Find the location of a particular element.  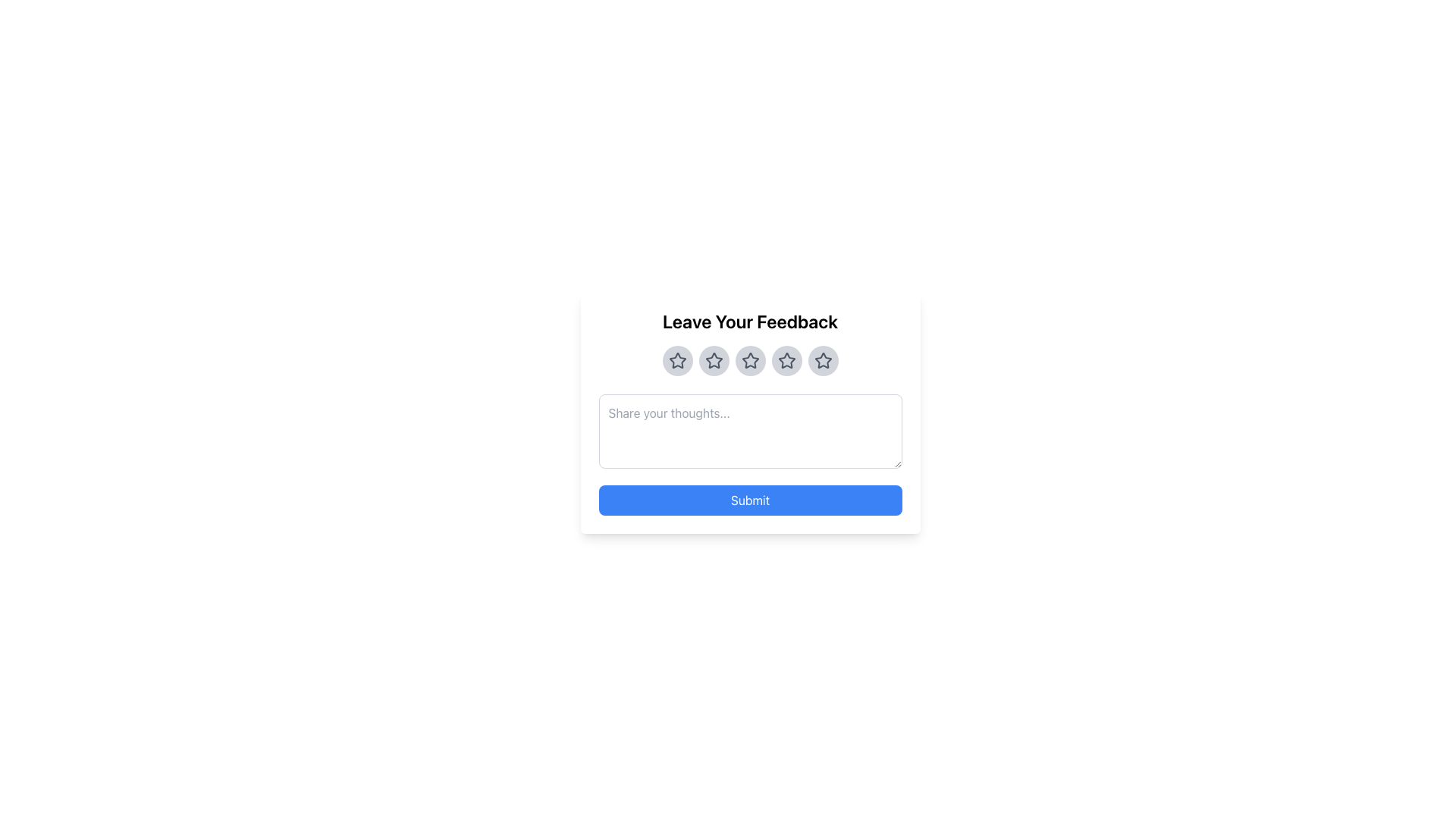

the fourth rating star icon, which is positioned between the third and fifth stars in a horizontal arrangement at the top of the feedback form is located at coordinates (786, 360).